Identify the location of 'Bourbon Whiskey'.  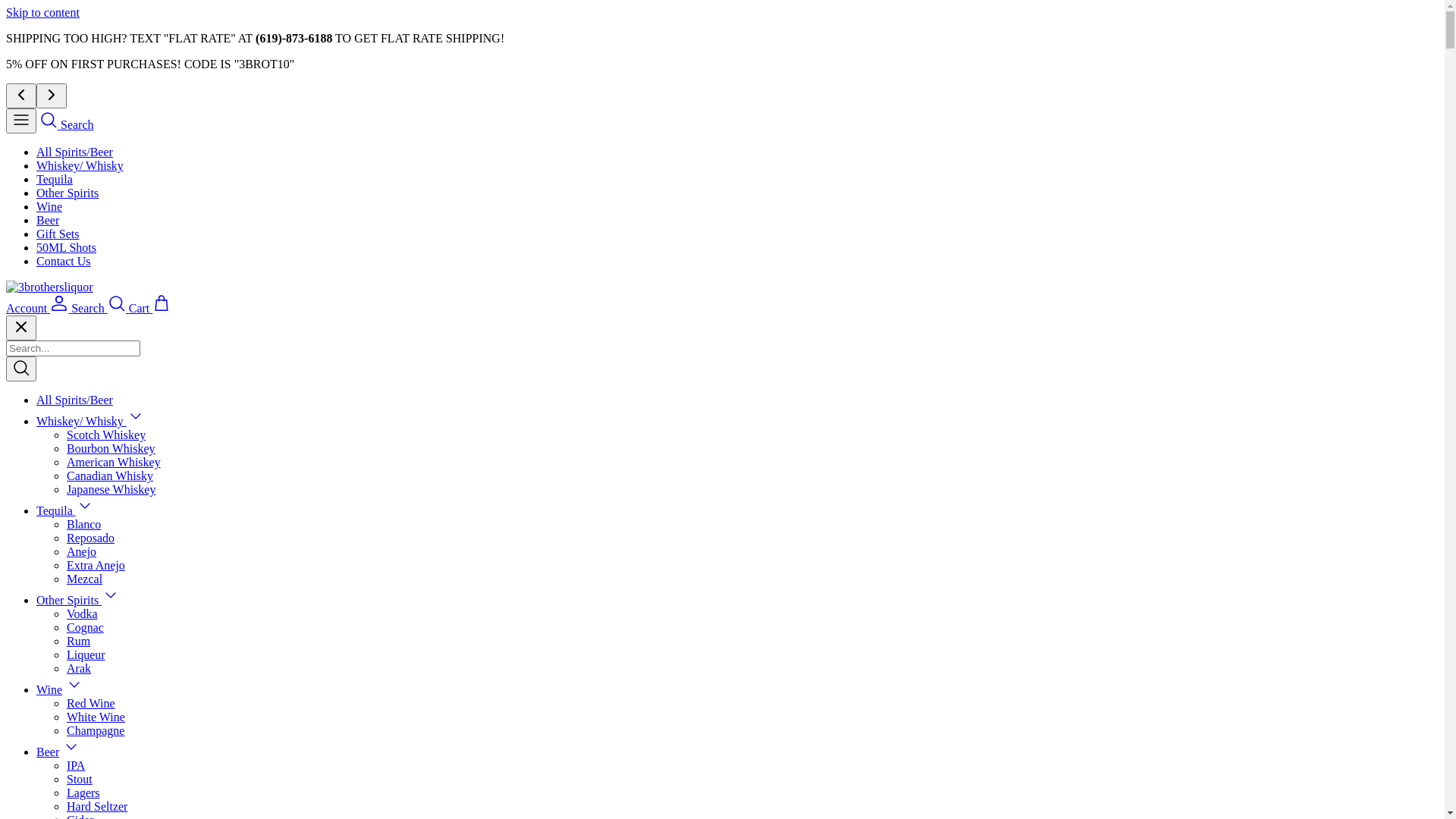
(110, 447).